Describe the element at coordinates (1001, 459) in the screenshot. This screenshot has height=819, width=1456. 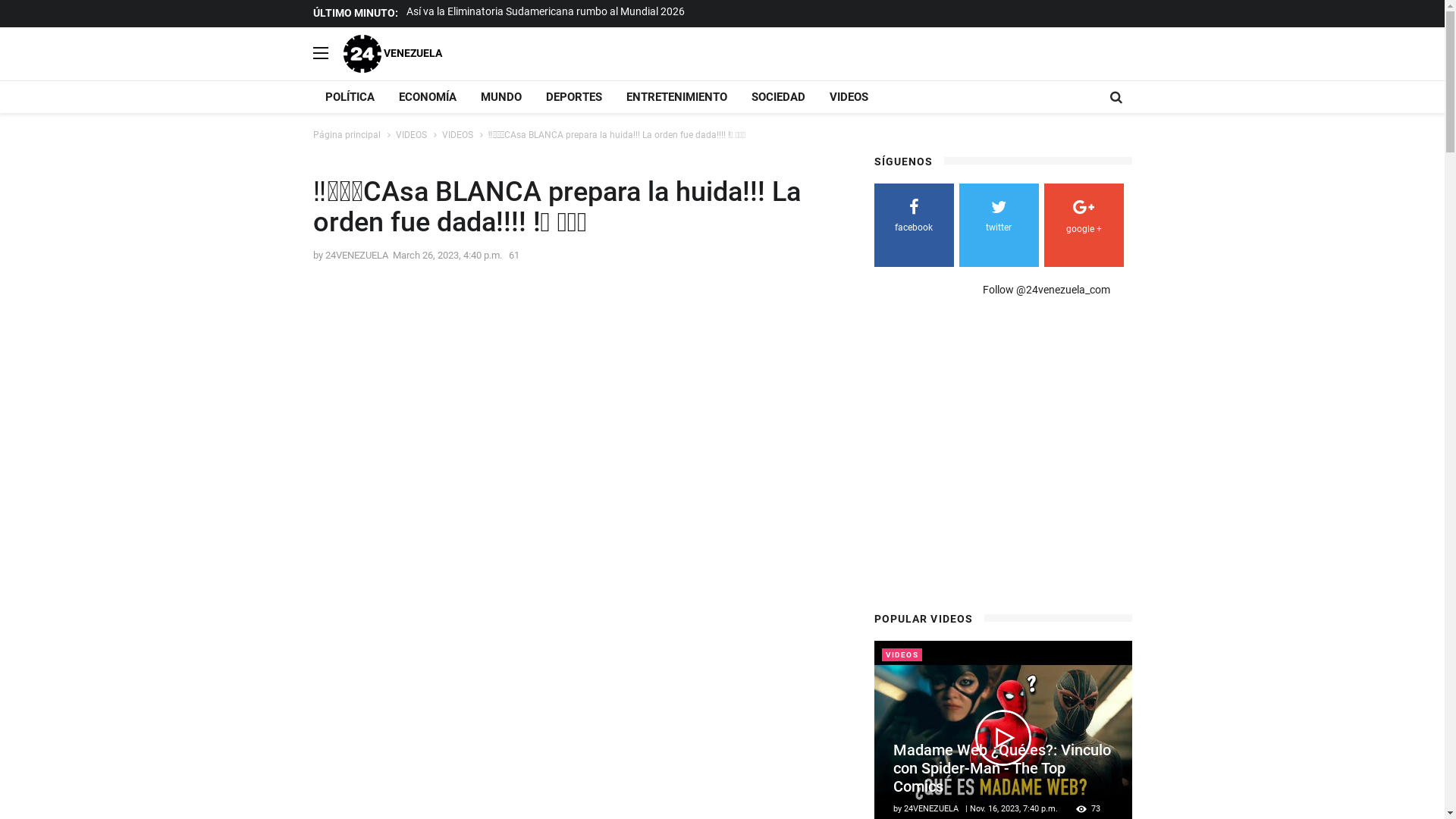
I see `'Advertisement'` at that location.